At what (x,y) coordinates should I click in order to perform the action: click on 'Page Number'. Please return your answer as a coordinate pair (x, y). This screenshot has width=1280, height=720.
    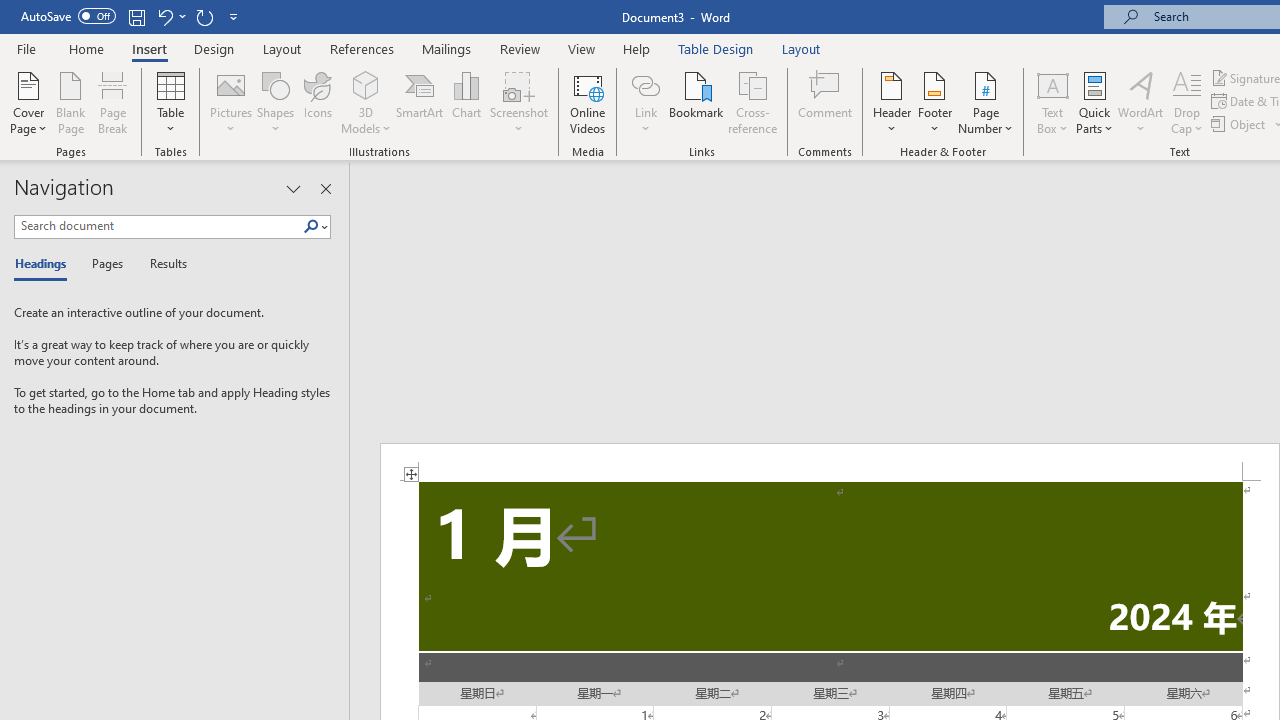
    Looking at the image, I should click on (986, 103).